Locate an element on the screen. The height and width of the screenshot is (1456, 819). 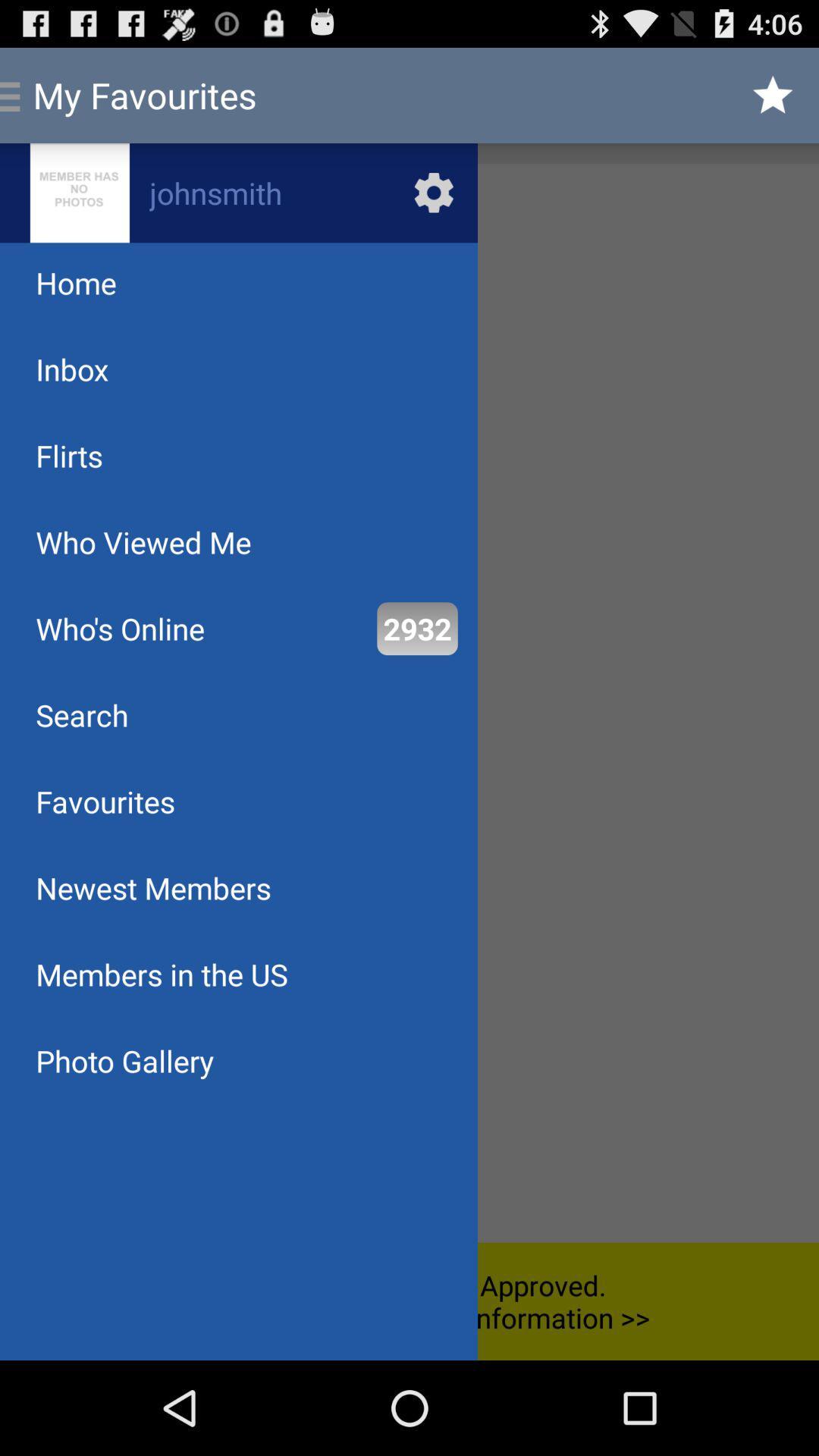
text beside johnsmith is located at coordinates (80, 192).